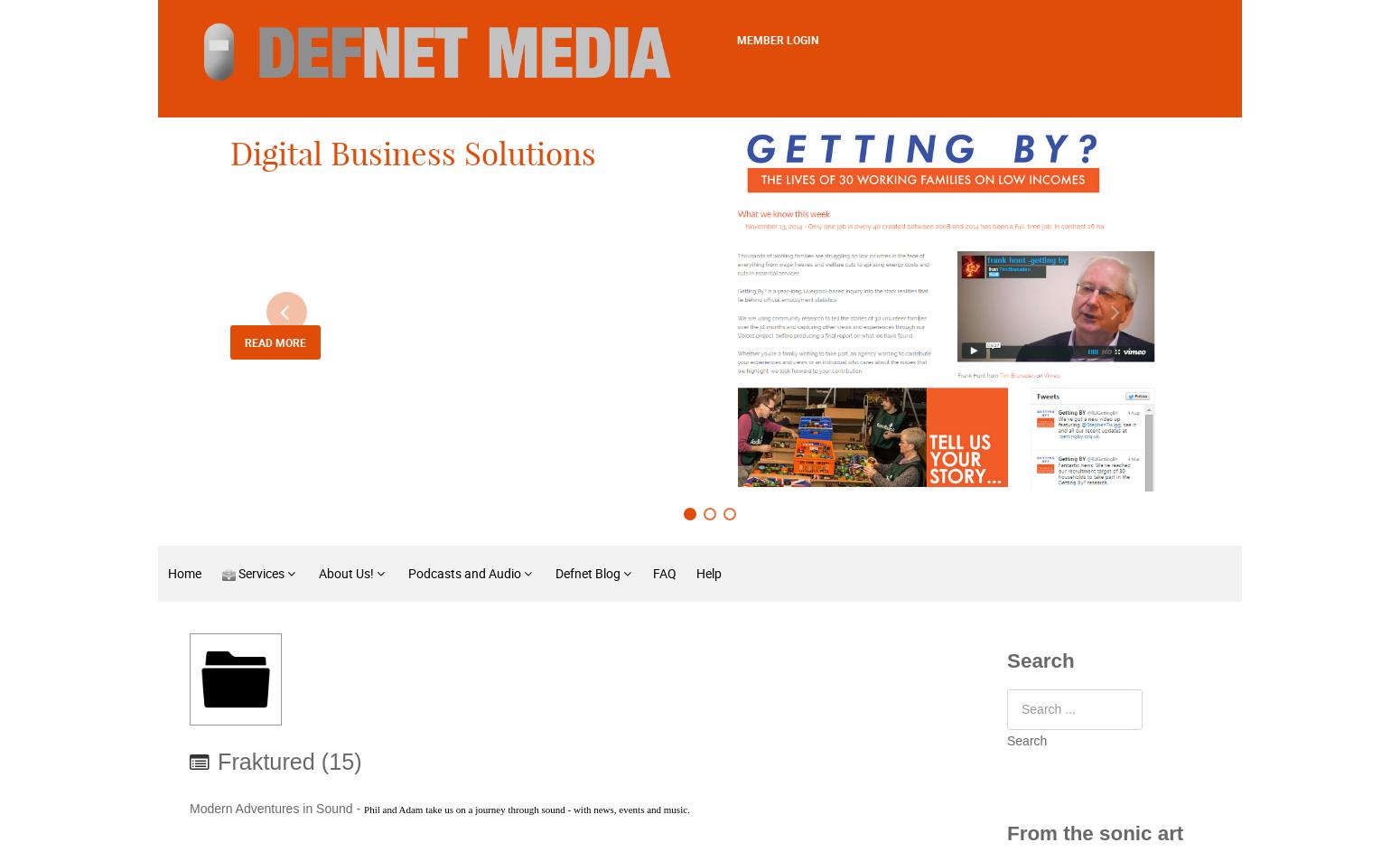  Describe the element at coordinates (695, 573) in the screenshot. I see `'Help'` at that location.